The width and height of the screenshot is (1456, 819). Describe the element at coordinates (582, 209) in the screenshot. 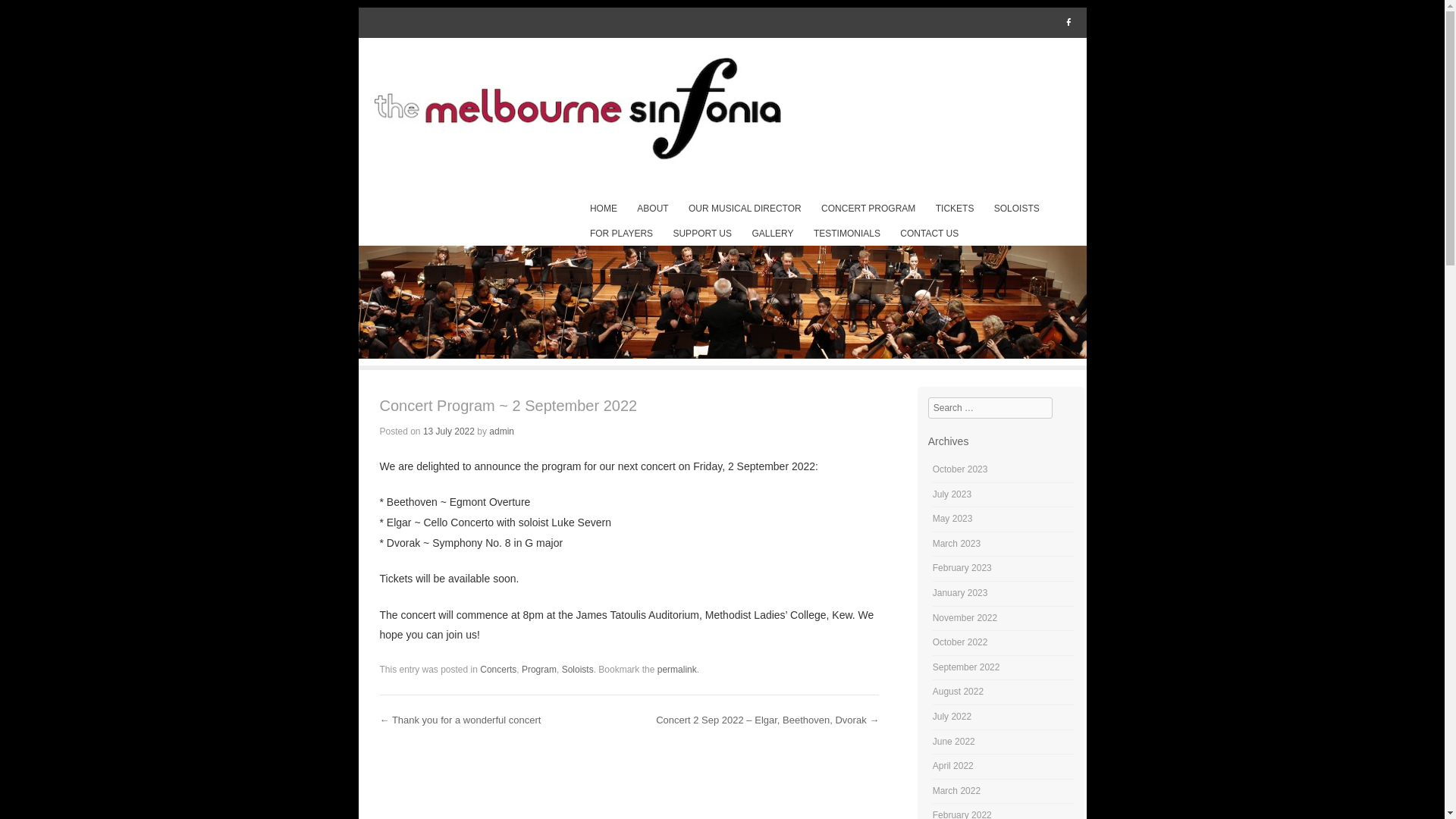

I see `'SKIP TO CONTENT'` at that location.